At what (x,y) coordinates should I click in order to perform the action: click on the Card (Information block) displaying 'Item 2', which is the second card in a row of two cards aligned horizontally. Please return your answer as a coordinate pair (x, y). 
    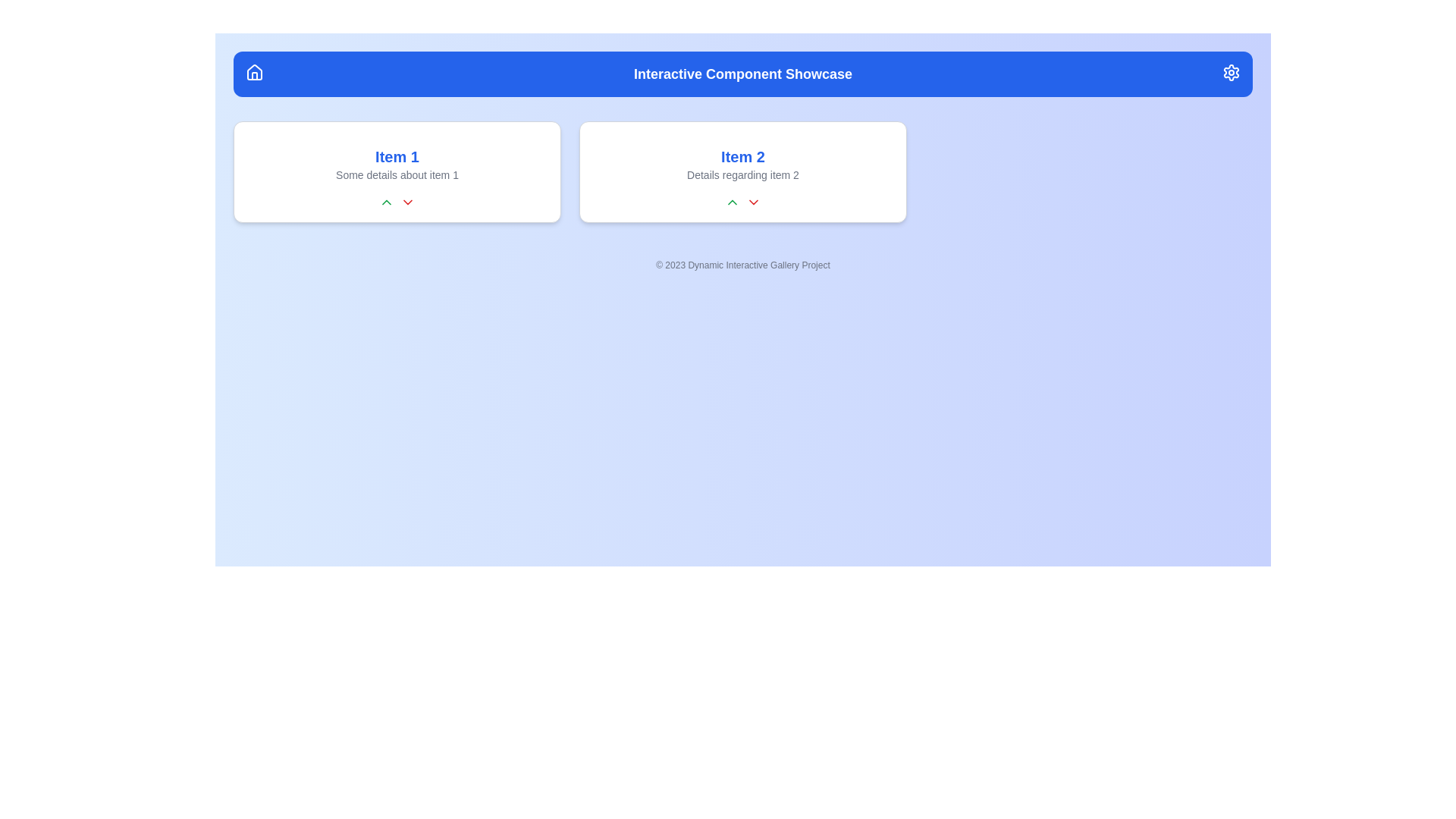
    Looking at the image, I should click on (742, 171).